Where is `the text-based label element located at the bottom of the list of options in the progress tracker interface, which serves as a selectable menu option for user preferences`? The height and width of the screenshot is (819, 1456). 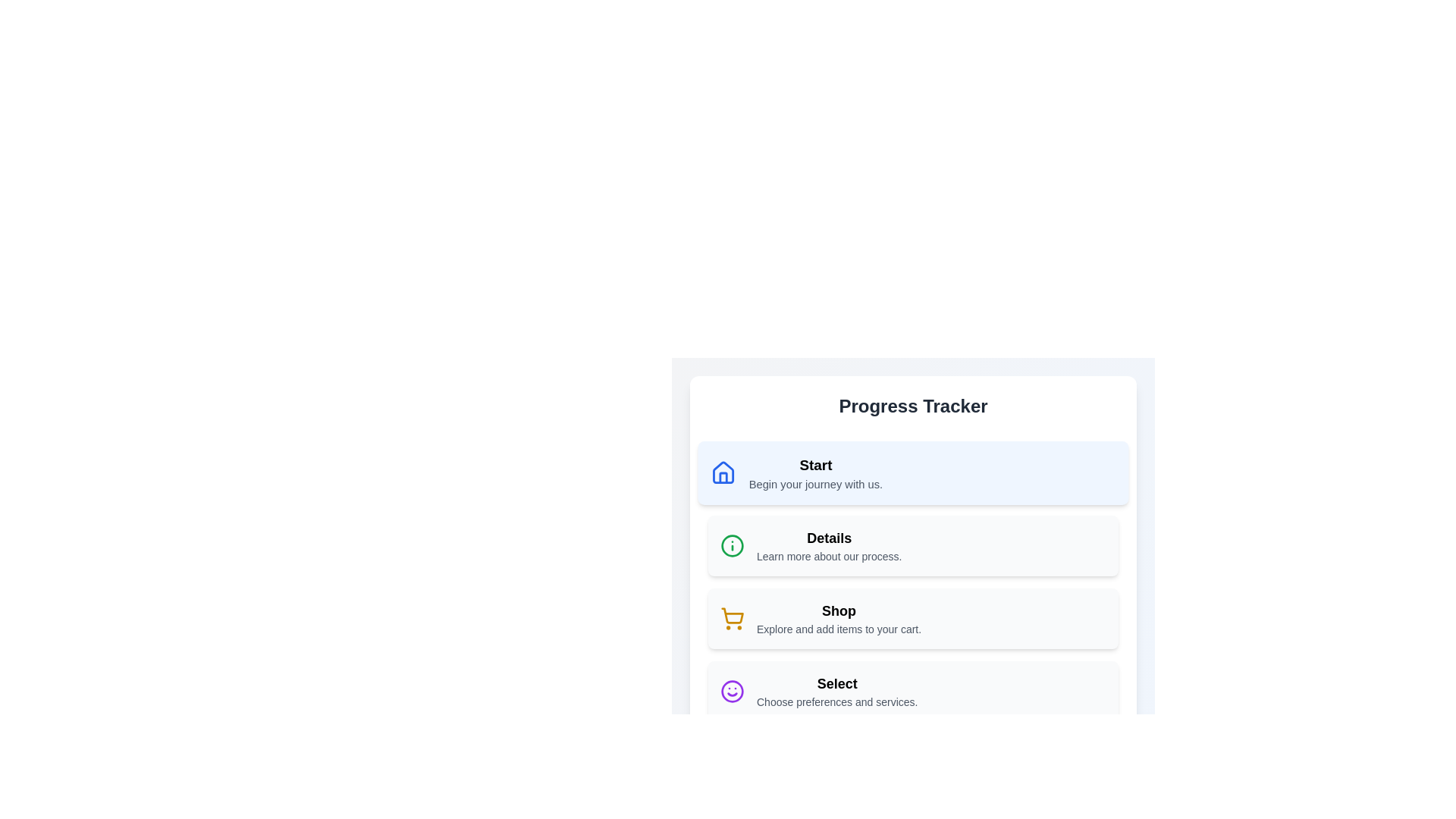
the text-based label element located at the bottom of the list of options in the progress tracker interface, which serves as a selectable menu option for user preferences is located at coordinates (836, 691).